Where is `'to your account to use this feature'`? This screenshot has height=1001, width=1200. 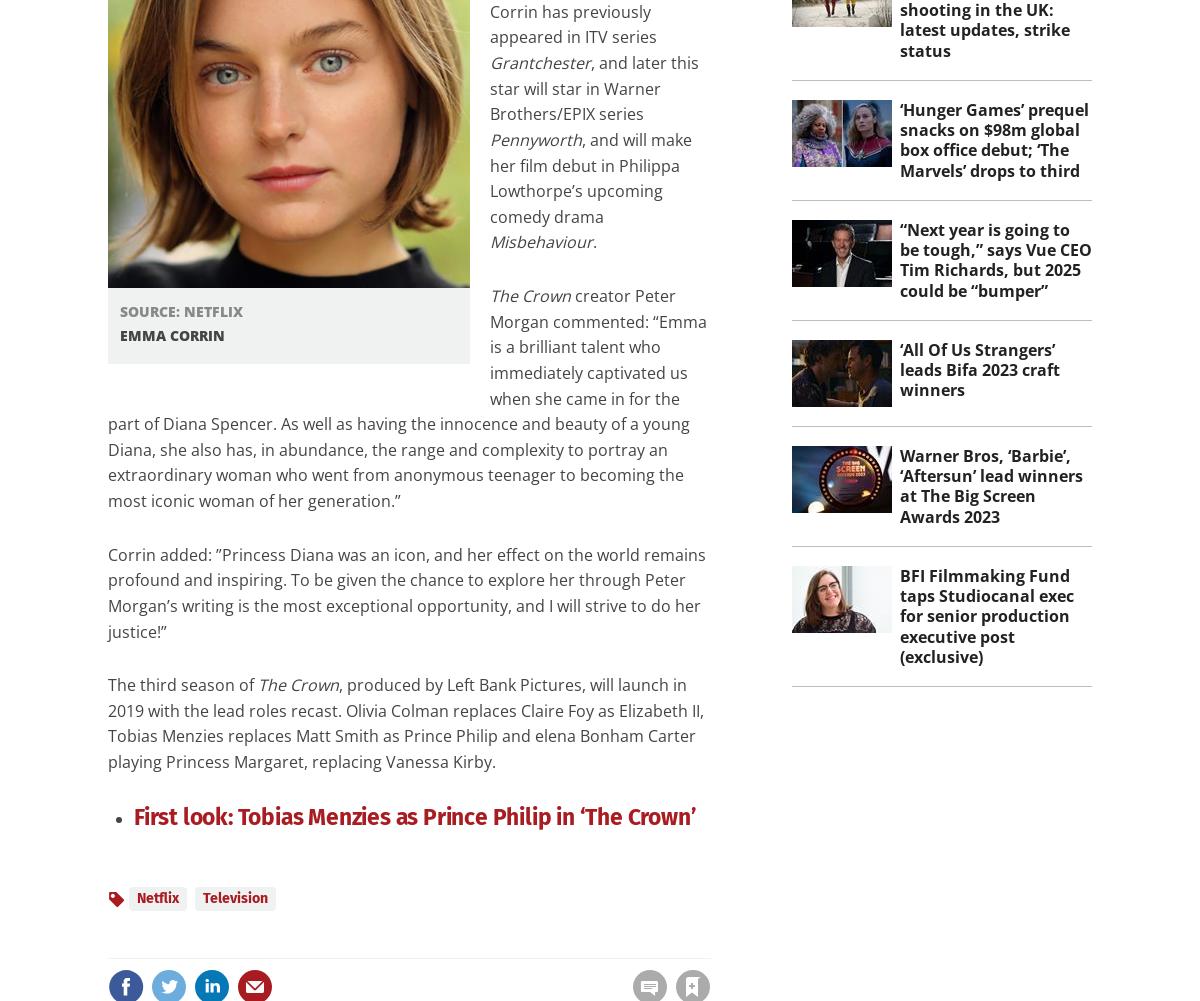 'to your account to use this feature' is located at coordinates (455, 943).